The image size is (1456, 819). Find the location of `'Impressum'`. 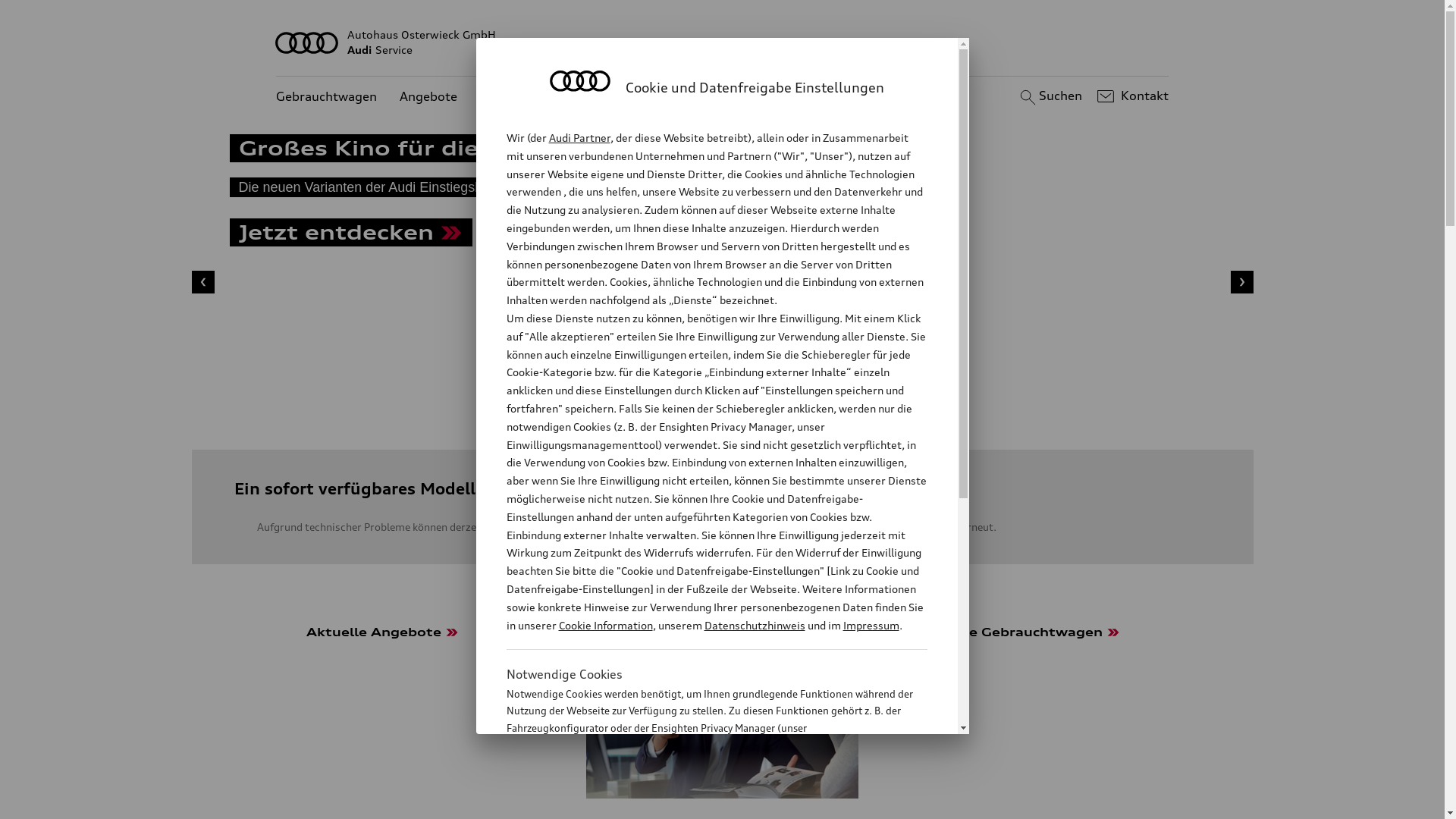

'Impressum' is located at coordinates (843, 625).